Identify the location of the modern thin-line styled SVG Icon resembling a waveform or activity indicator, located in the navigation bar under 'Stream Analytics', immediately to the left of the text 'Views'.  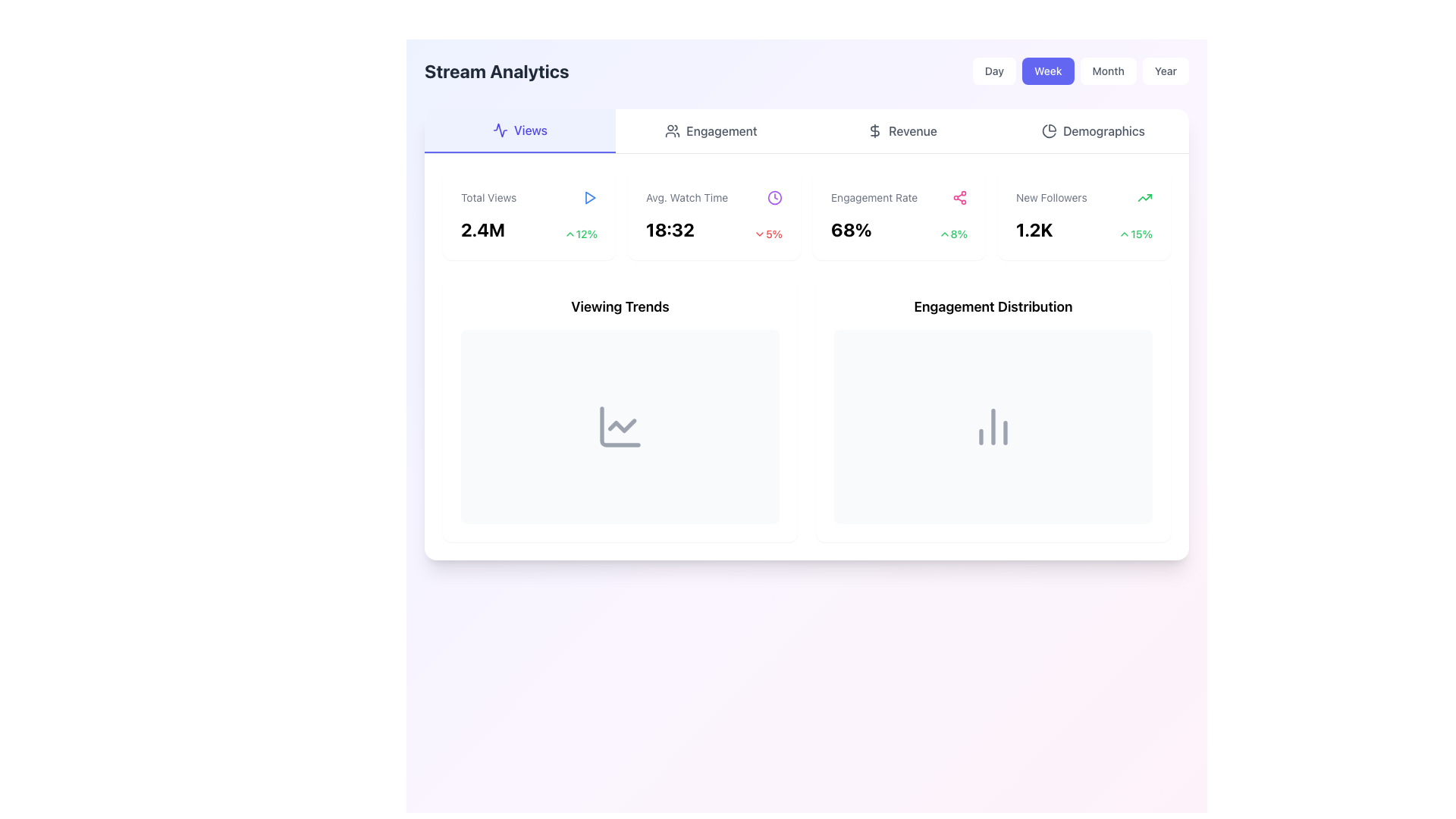
(500, 130).